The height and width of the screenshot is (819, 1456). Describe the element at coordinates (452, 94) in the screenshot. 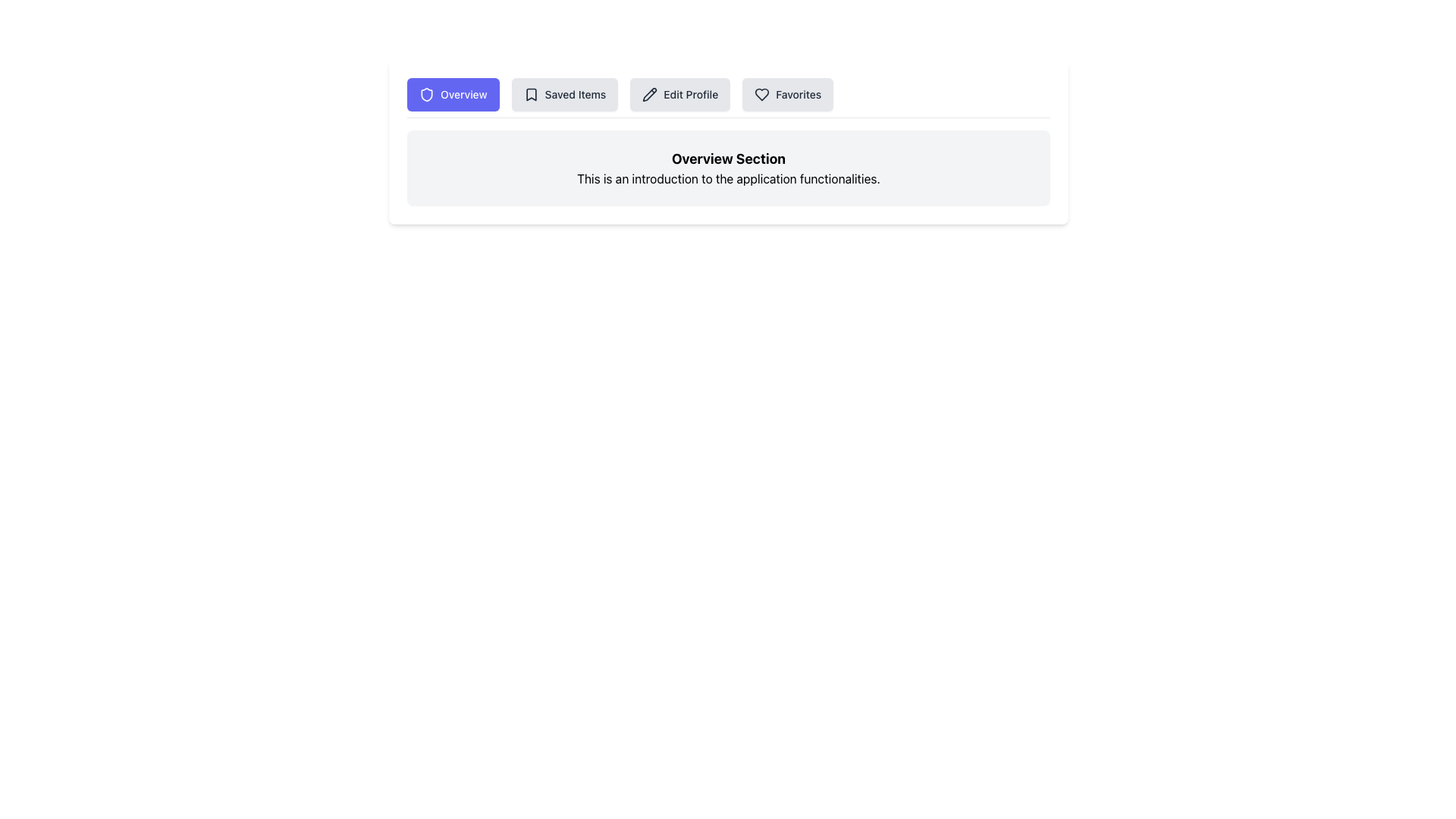

I see `the leftmost button in the row of navigation buttons` at that location.